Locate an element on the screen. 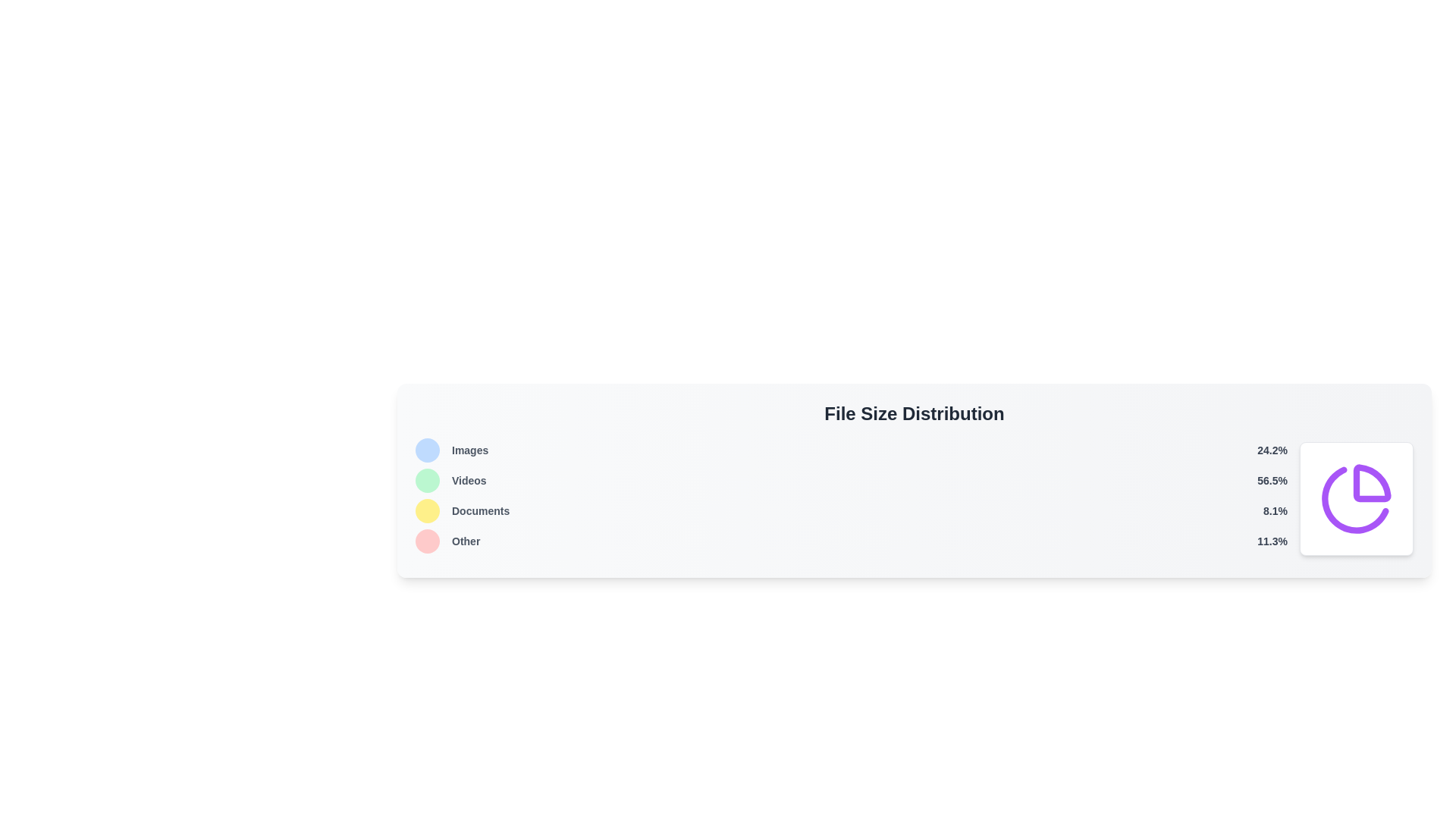  the text label displaying 'Other' is located at coordinates (465, 540).